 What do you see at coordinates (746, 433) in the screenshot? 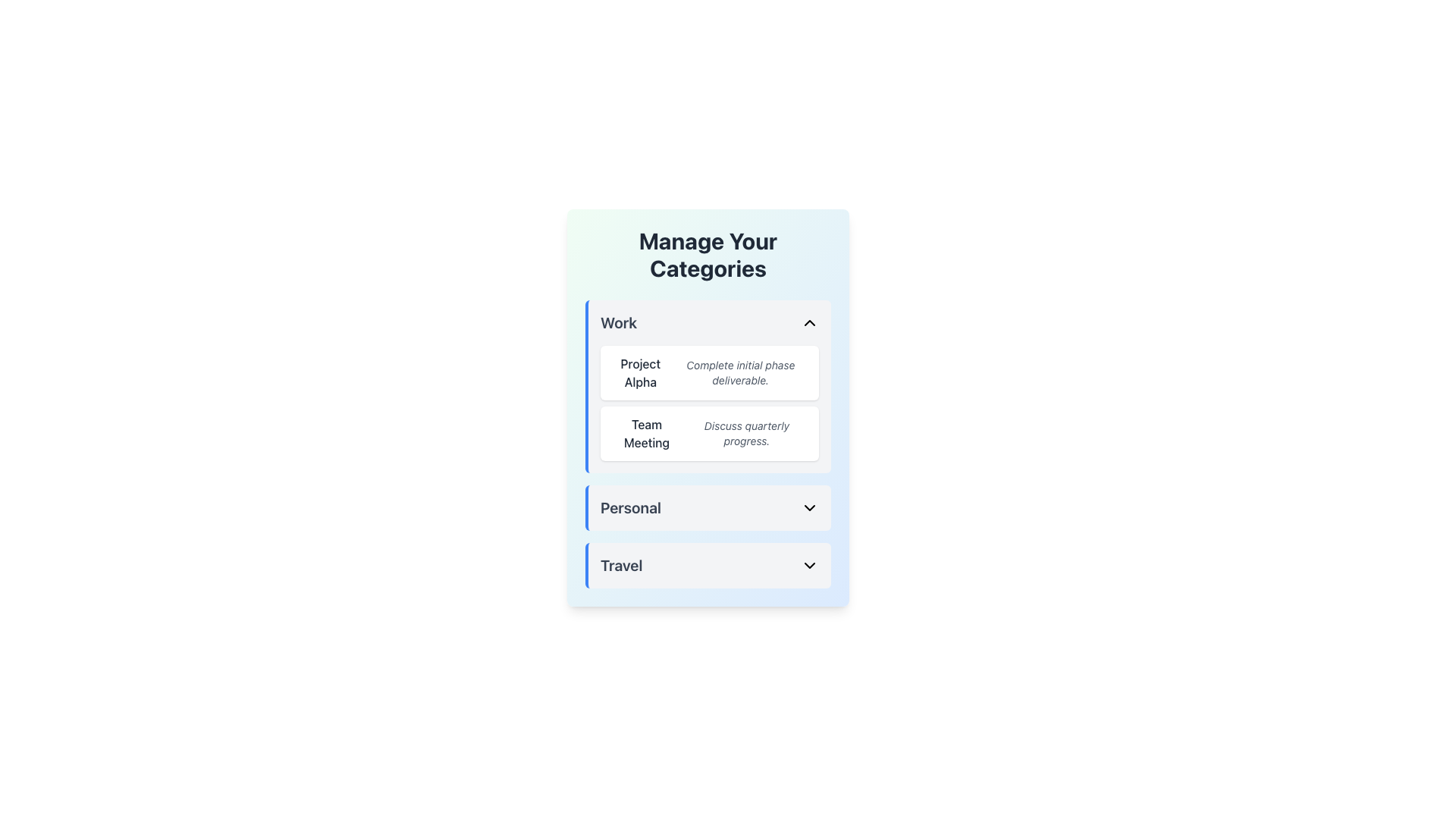
I see `the descriptive text label that provides additional information about the 'Team Meeting' entry, located to the right of the 'Team Meeting' title under the 'Work' category` at bounding box center [746, 433].